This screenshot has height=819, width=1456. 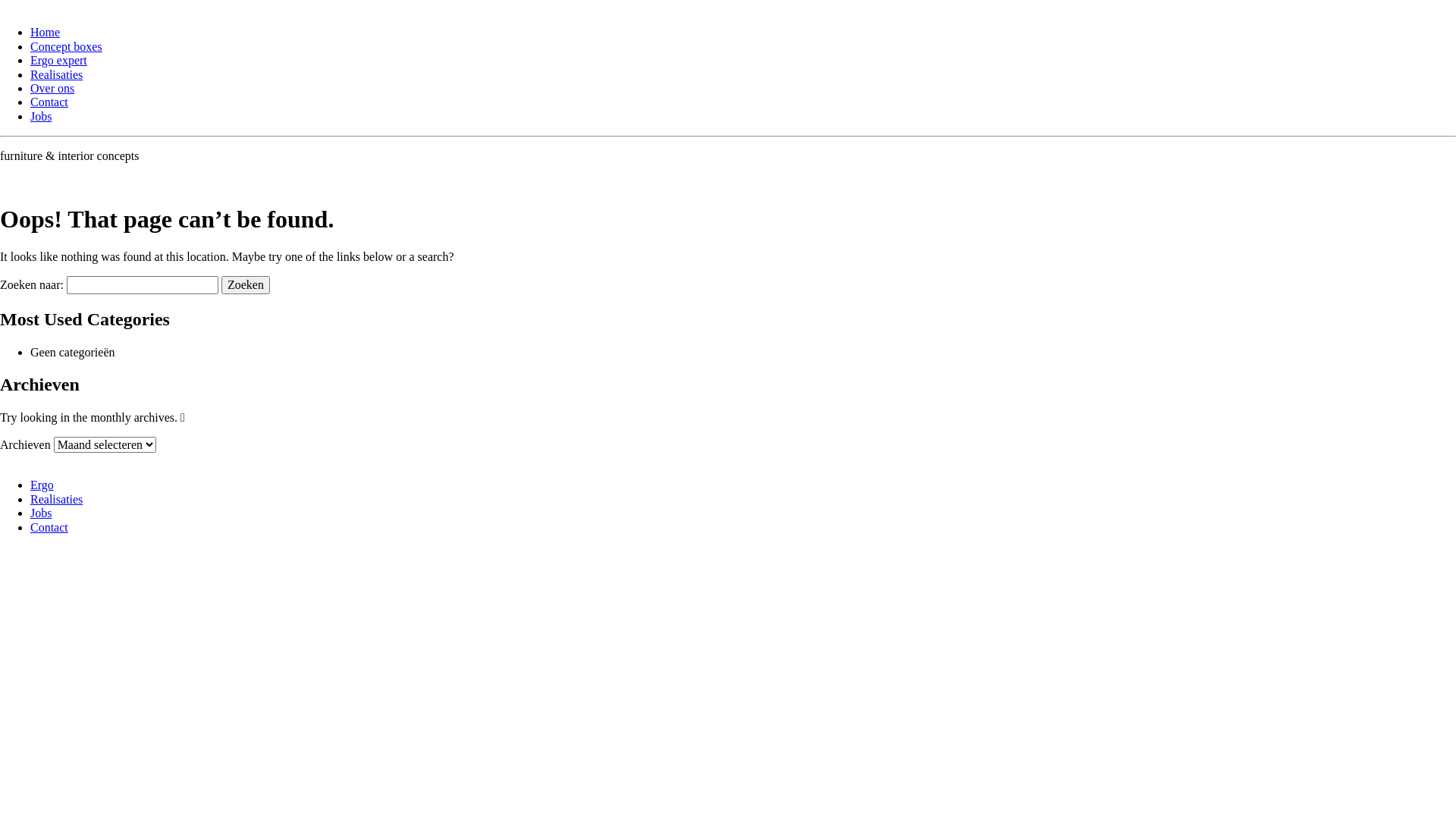 I want to click on 'Realisaties', so click(x=56, y=499).